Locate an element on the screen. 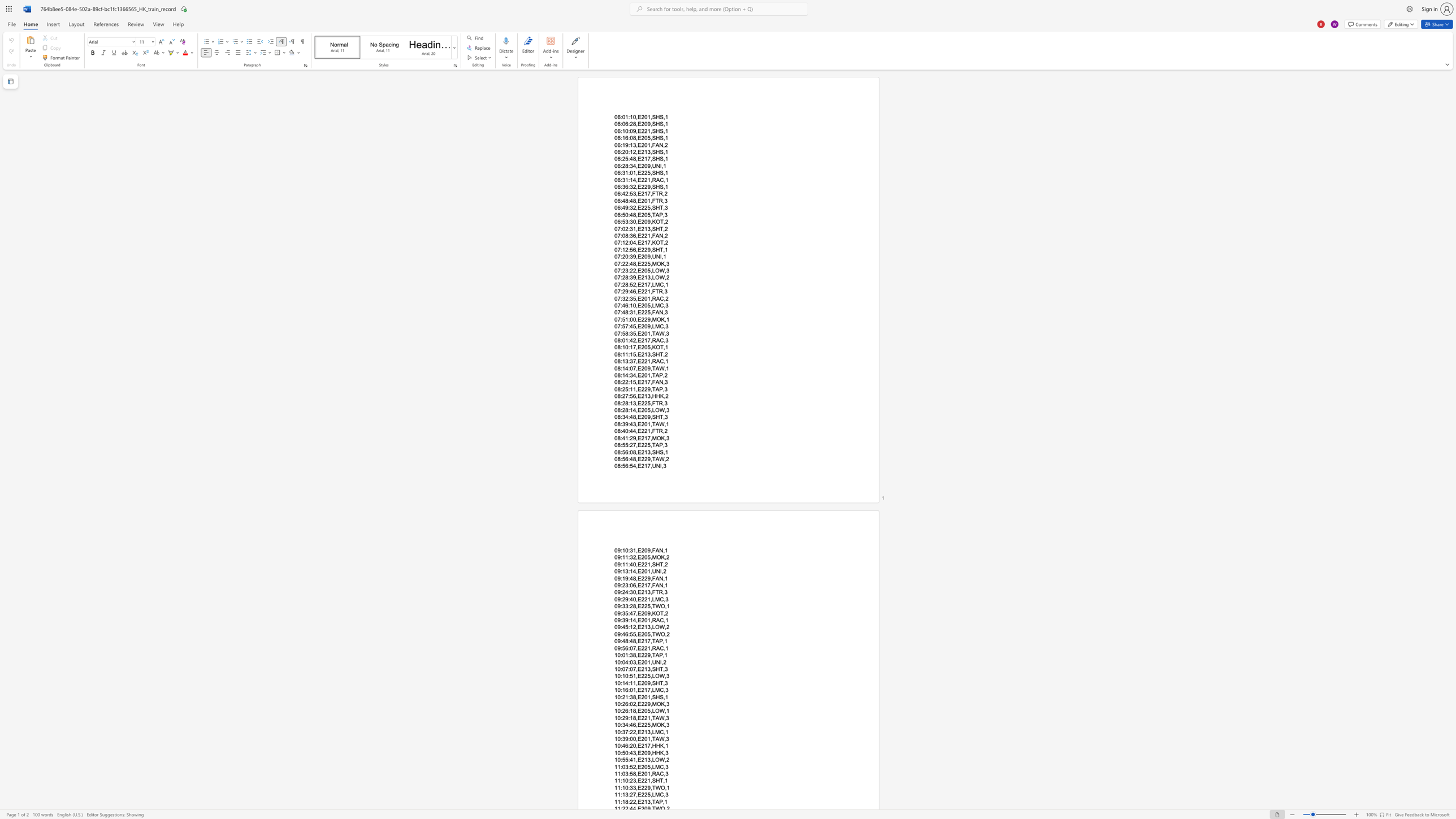 Image resolution: width=1456 pixels, height=819 pixels. the space between the continuous character "E" and "2" in the text is located at coordinates (640, 724).